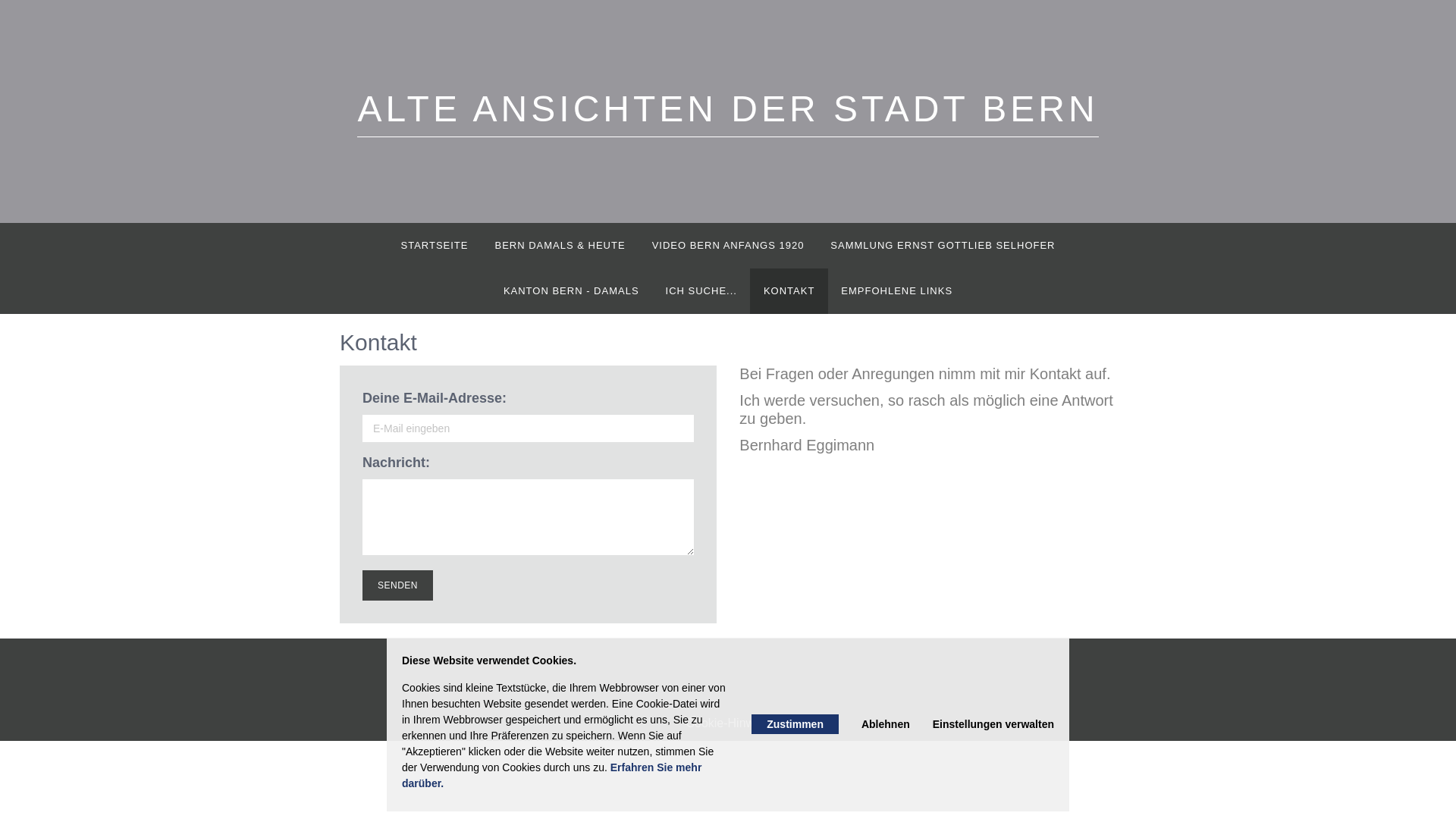 This screenshot has width=1456, height=819. What do you see at coordinates (559, 245) in the screenshot?
I see `'BERN DAMALS & HEUTE'` at bounding box center [559, 245].